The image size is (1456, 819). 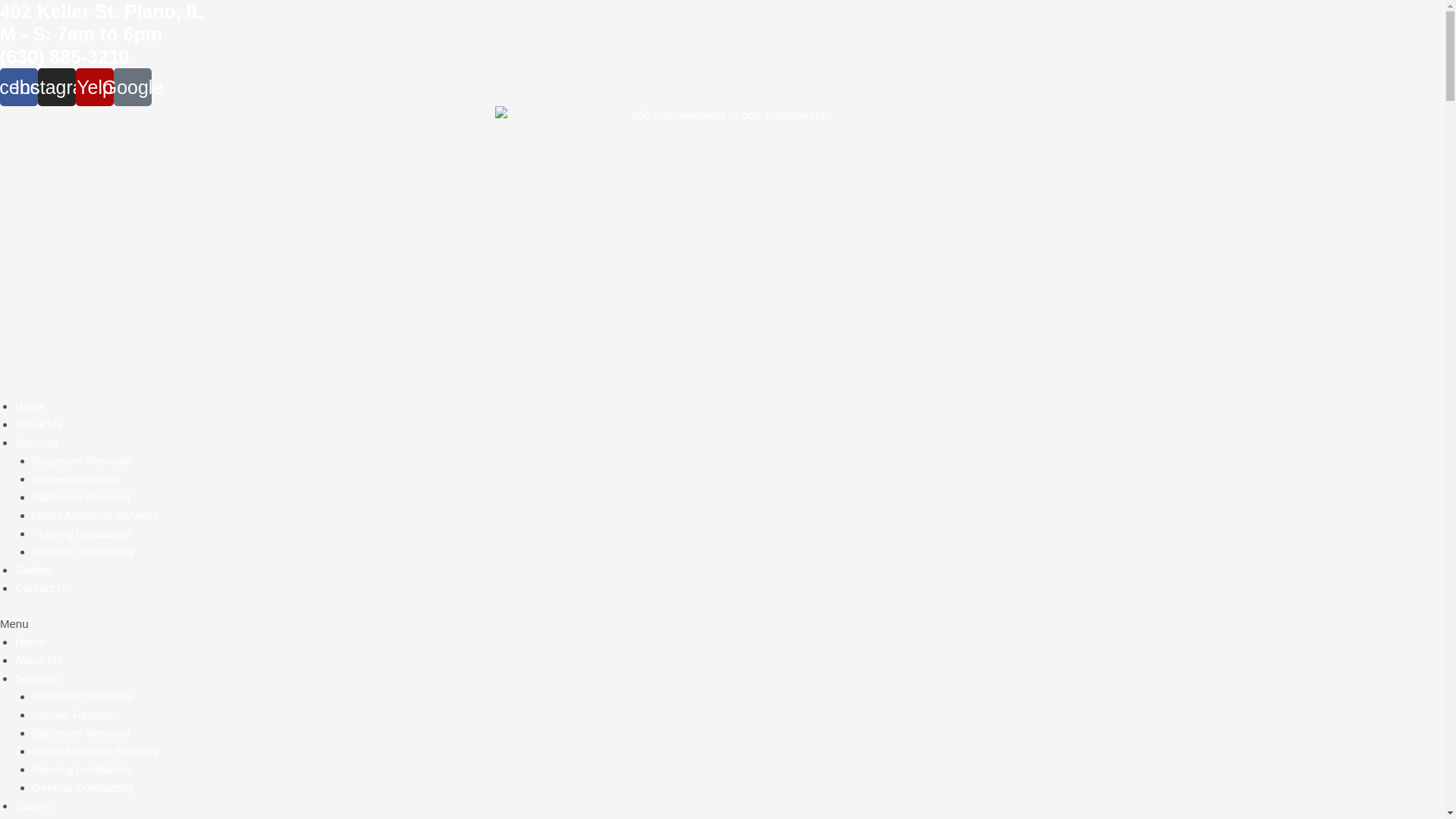 I want to click on 'Kitchen Remodel', so click(x=74, y=479).